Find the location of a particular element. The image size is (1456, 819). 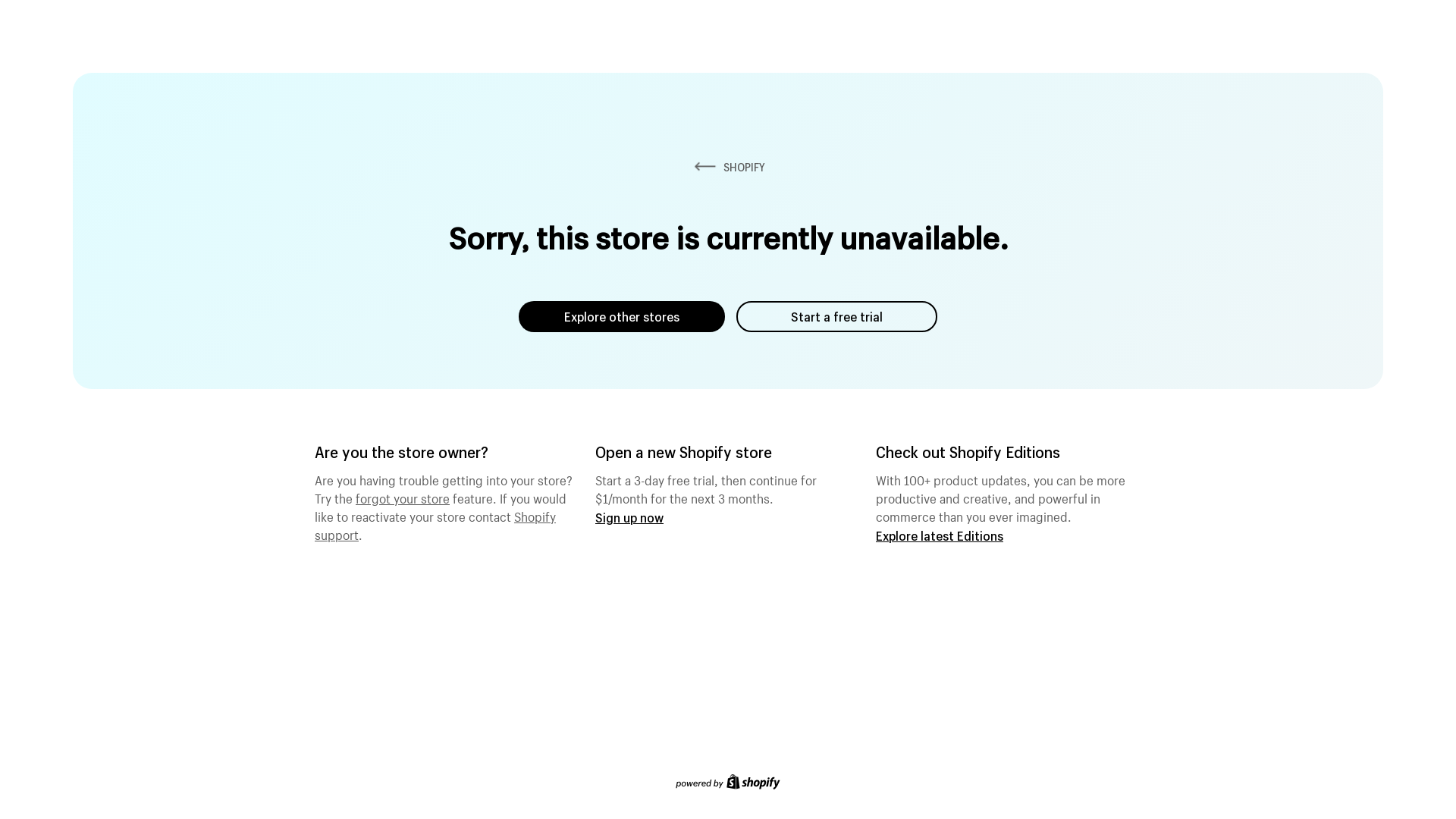

'SHOPIFY' is located at coordinates (728, 167).